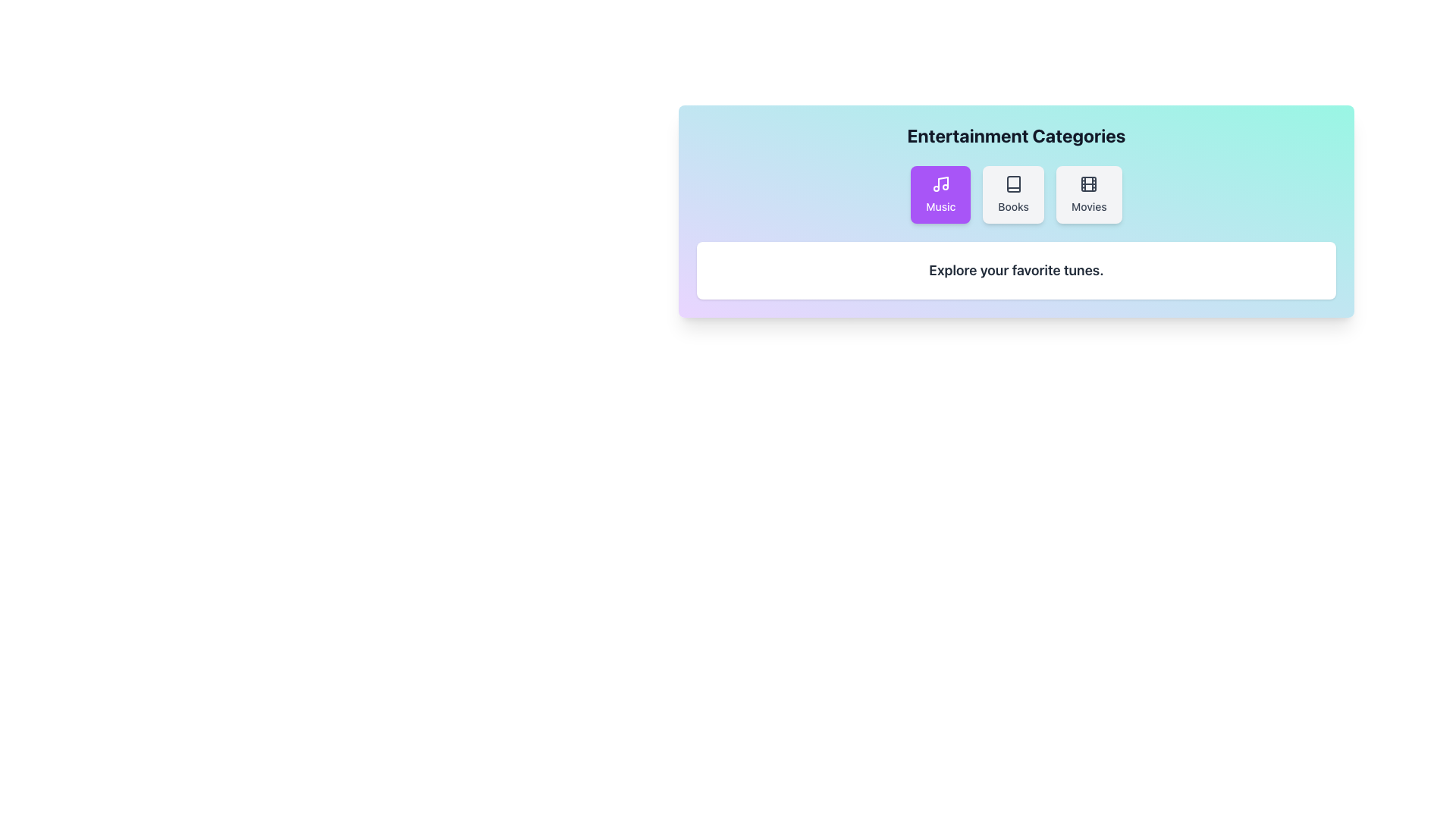 This screenshot has height=819, width=1456. I want to click on the 'Music' category selection button located in the 'Entertainment Categories' section at the top-center of the layout, so click(940, 194).